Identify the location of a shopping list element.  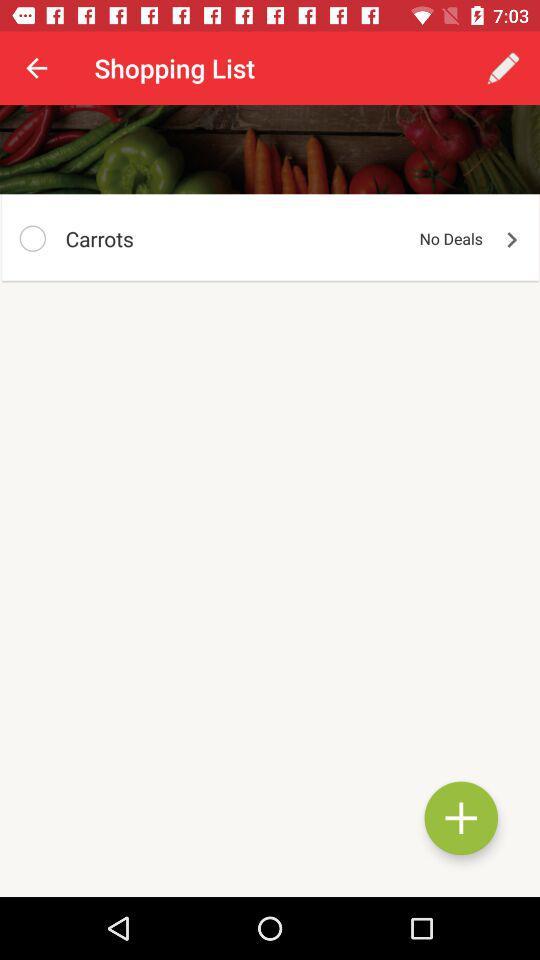
(461, 818).